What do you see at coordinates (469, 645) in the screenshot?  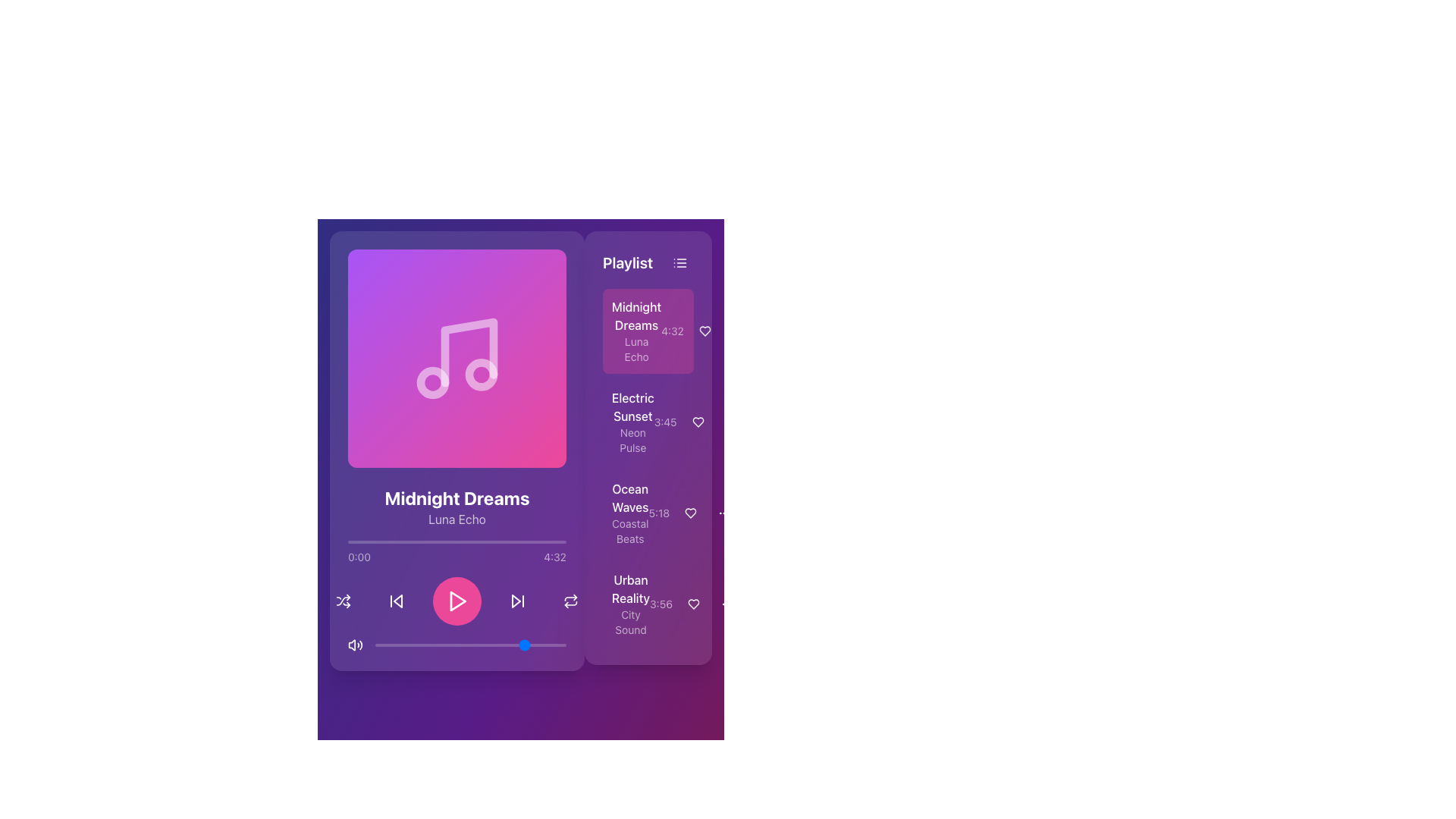 I see `playback progress` at bounding box center [469, 645].